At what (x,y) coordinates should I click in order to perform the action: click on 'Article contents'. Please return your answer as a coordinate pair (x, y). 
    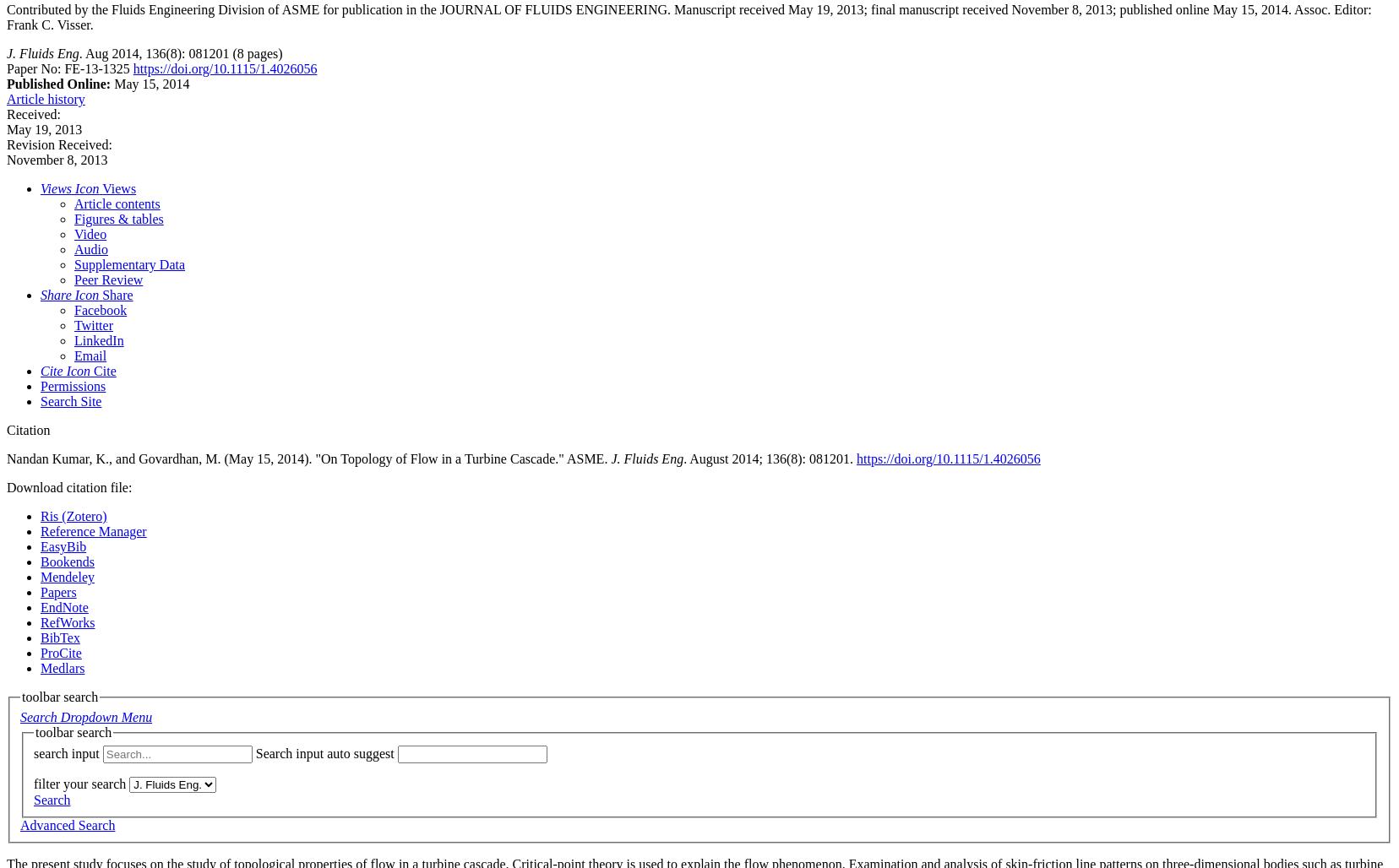
    Looking at the image, I should click on (116, 203).